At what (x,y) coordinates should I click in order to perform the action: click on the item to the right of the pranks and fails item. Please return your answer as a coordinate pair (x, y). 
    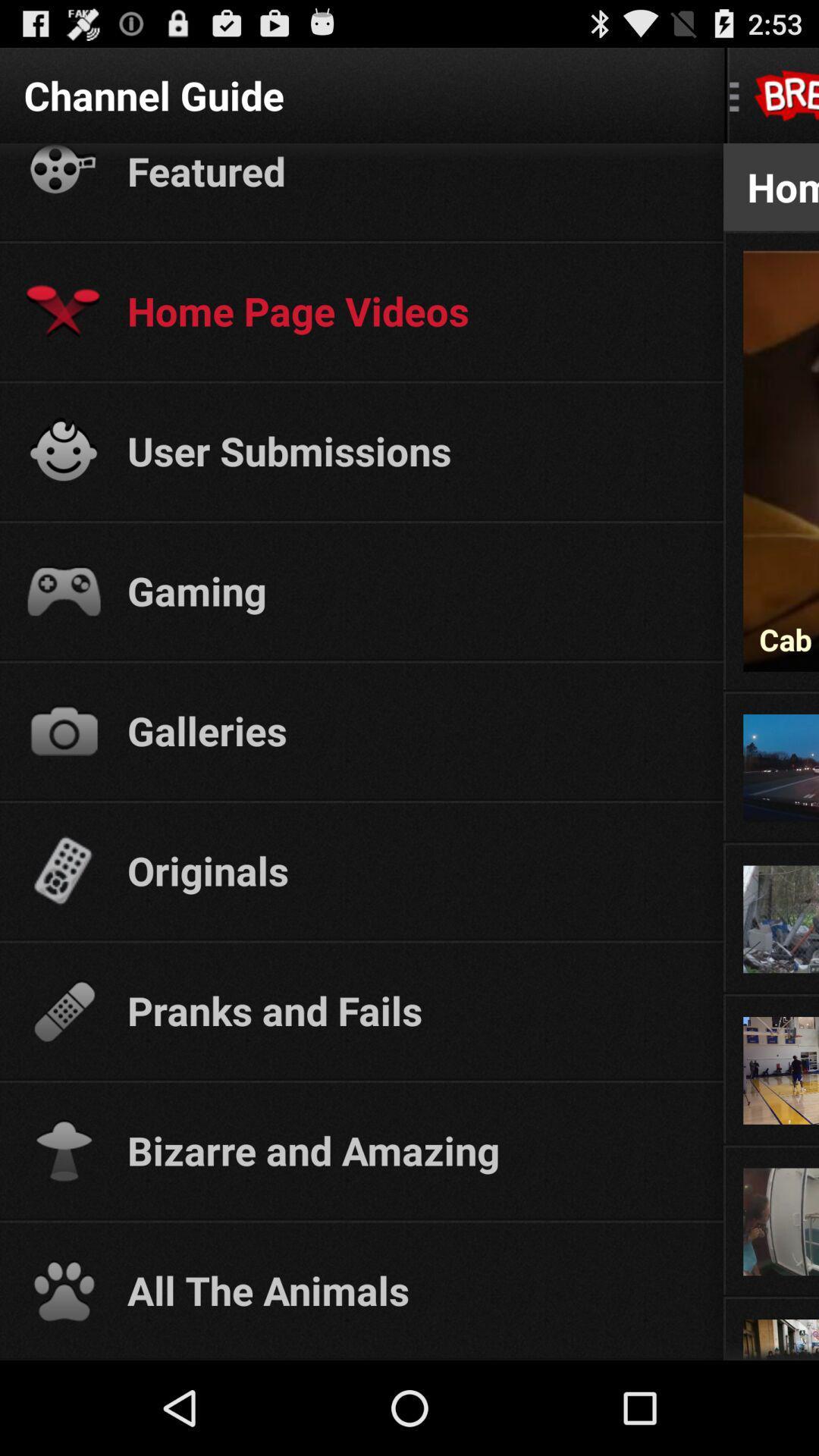
    Looking at the image, I should click on (771, 993).